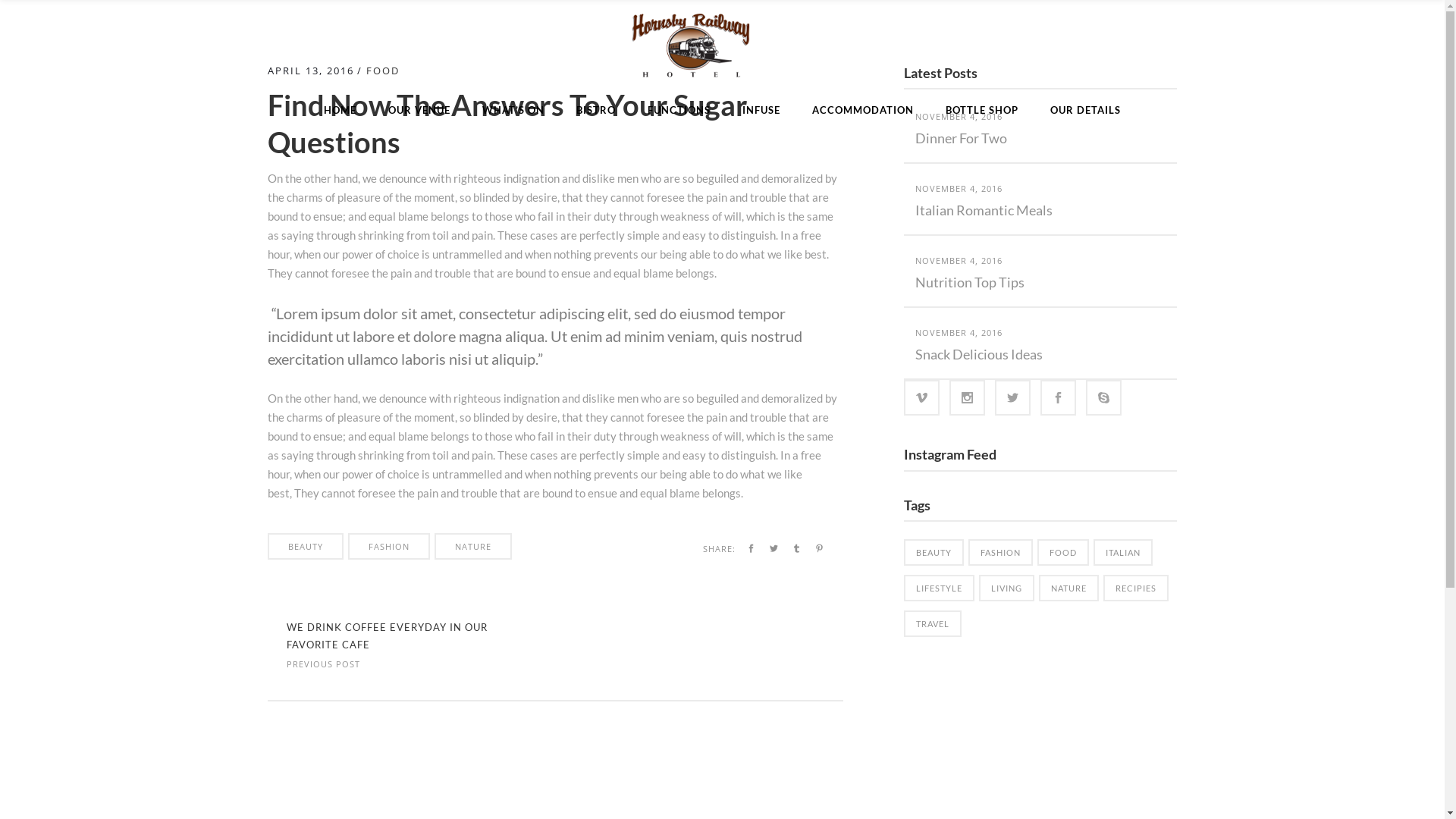  What do you see at coordinates (1123, 552) in the screenshot?
I see `'ITALIAN'` at bounding box center [1123, 552].